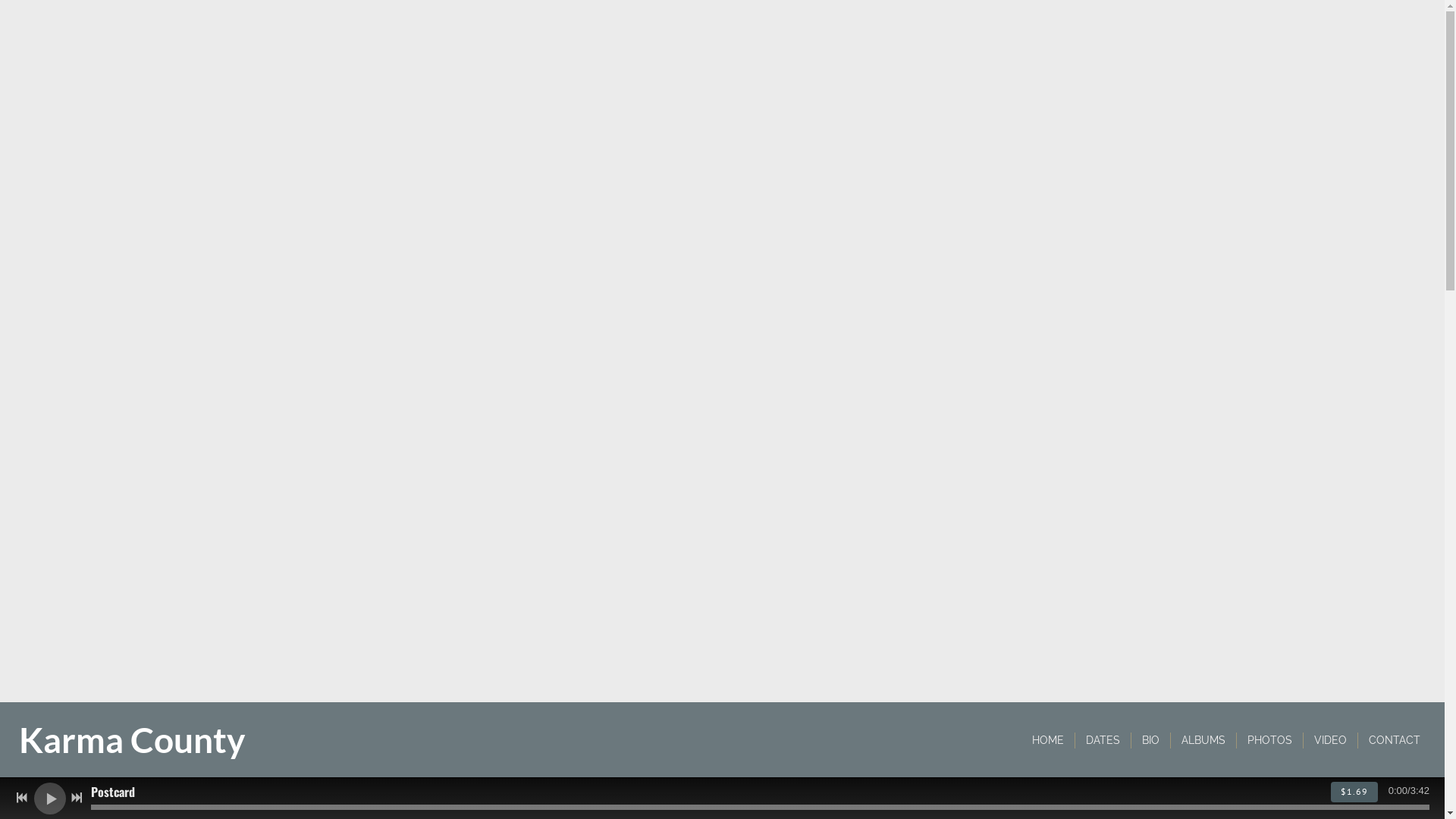 This screenshot has height=819, width=1456. Describe the element at coordinates (132, 745) in the screenshot. I see `'Karma County'` at that location.